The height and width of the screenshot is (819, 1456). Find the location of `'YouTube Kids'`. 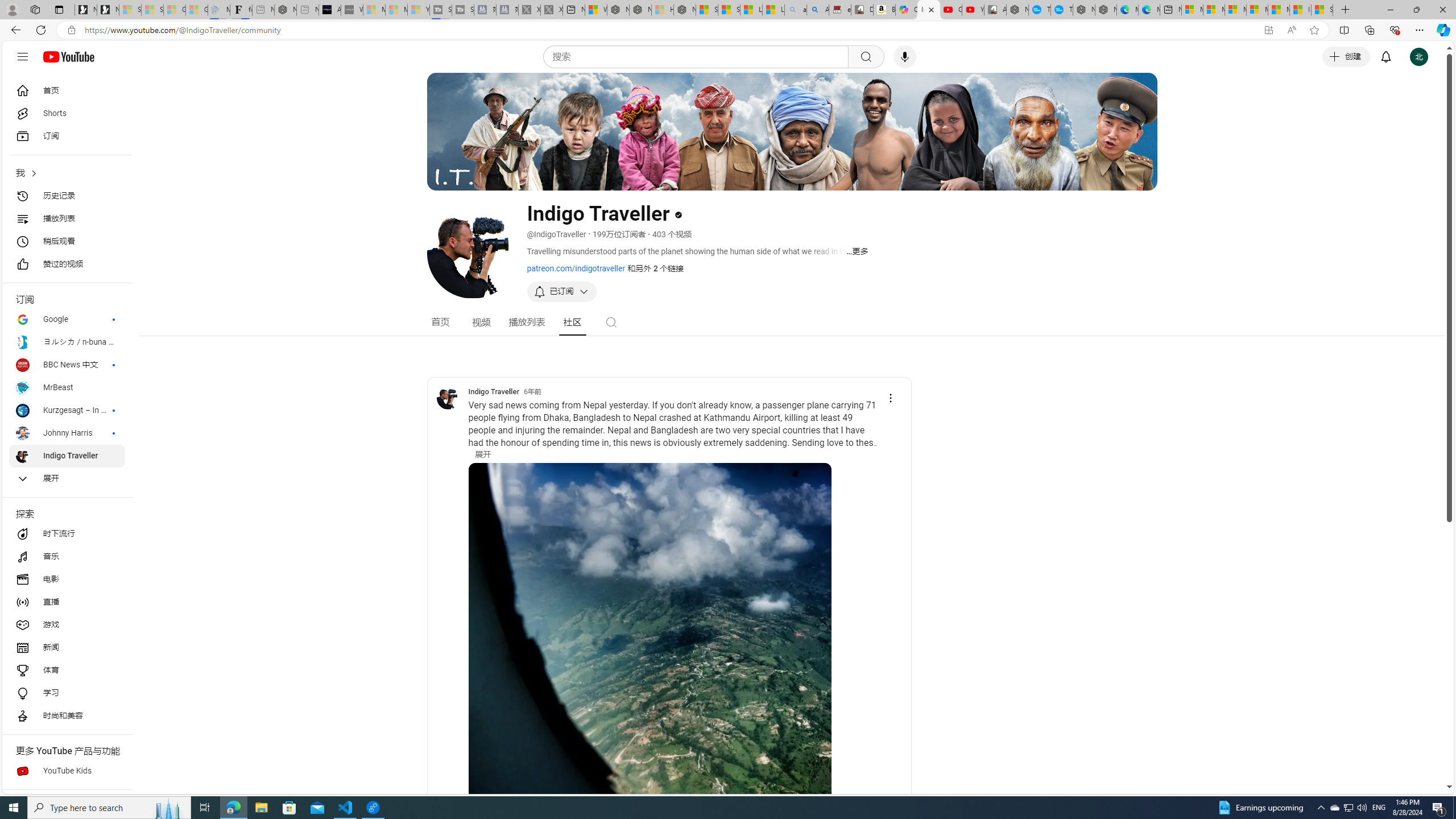

'YouTube Kids' is located at coordinates (67, 771).